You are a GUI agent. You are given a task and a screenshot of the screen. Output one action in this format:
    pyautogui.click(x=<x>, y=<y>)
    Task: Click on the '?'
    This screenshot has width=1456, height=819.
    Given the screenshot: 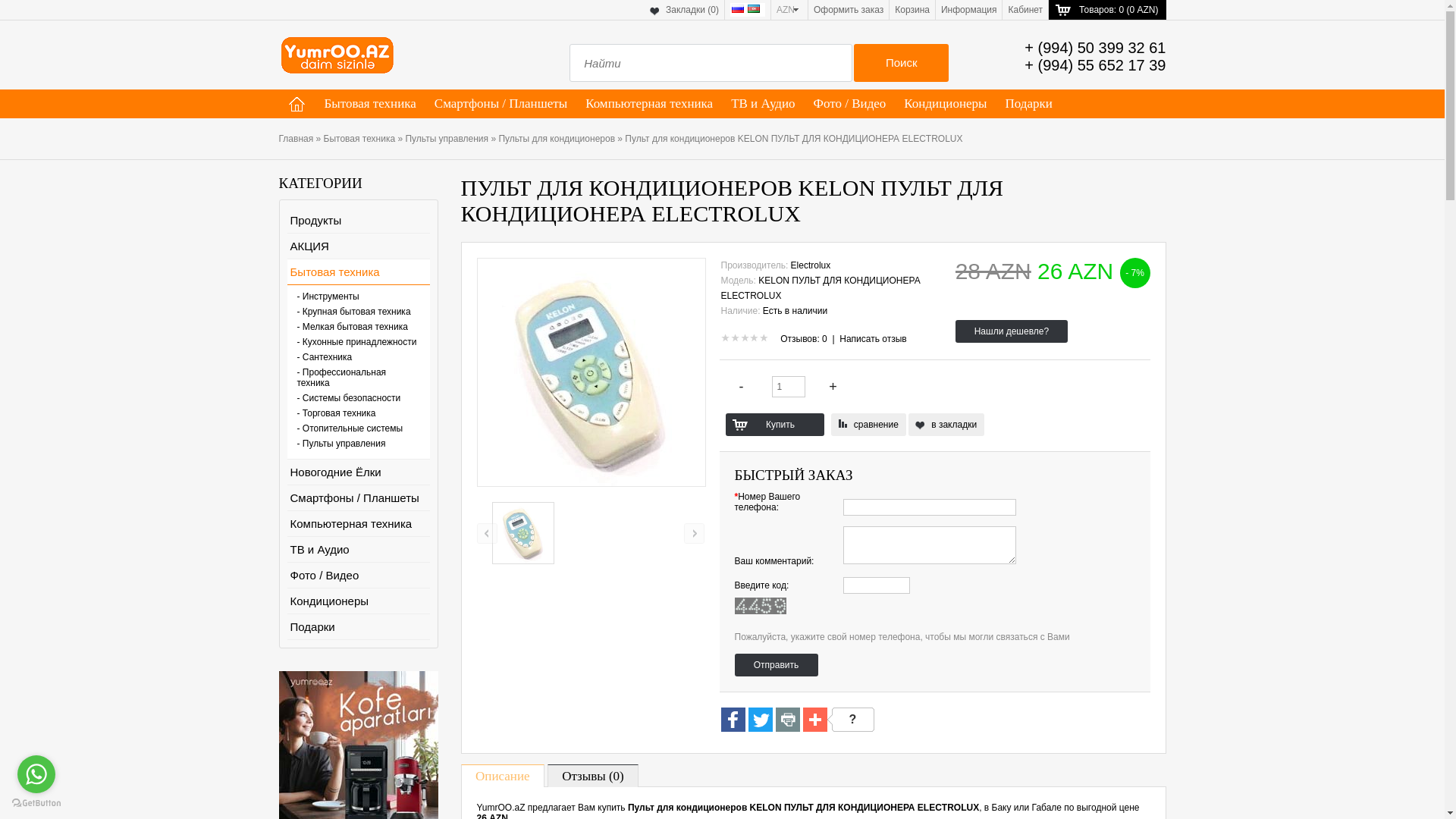 What is the action you would take?
    pyautogui.click(x=850, y=718)
    